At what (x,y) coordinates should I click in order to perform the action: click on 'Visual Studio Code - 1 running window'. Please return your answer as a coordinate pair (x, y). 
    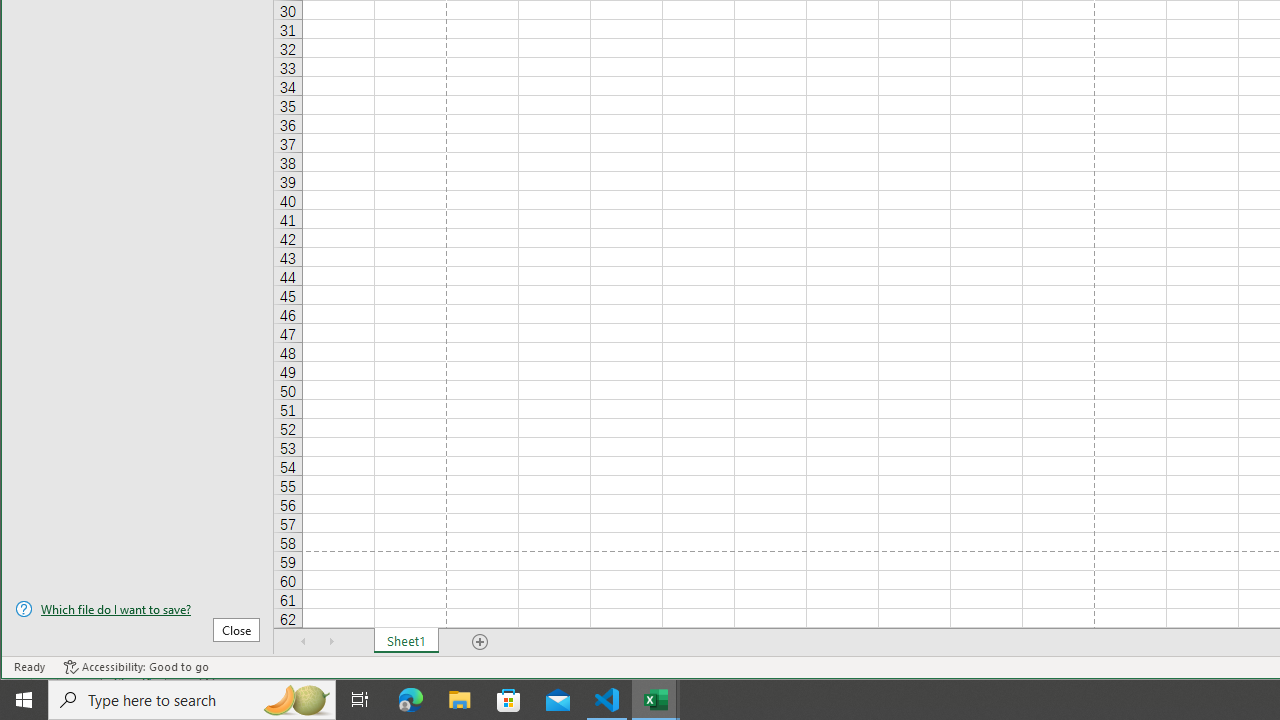
    Looking at the image, I should click on (606, 698).